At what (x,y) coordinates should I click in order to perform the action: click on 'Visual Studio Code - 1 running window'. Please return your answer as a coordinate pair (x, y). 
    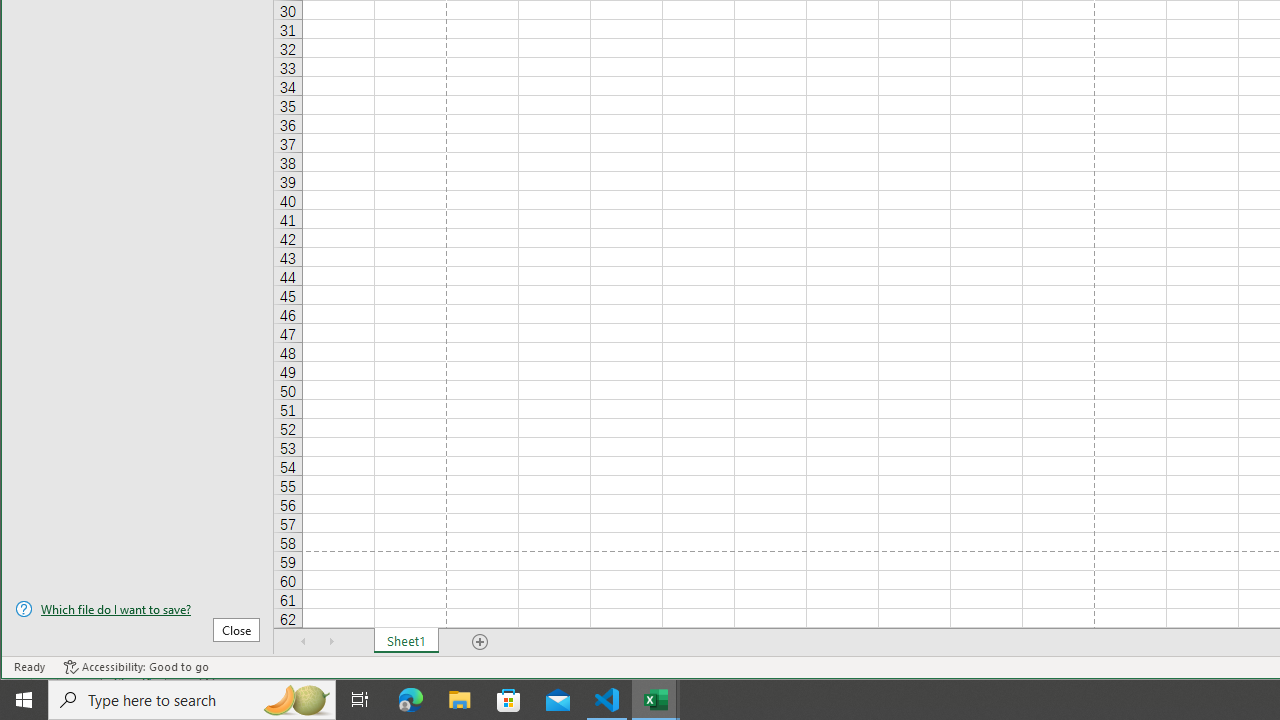
    Looking at the image, I should click on (606, 698).